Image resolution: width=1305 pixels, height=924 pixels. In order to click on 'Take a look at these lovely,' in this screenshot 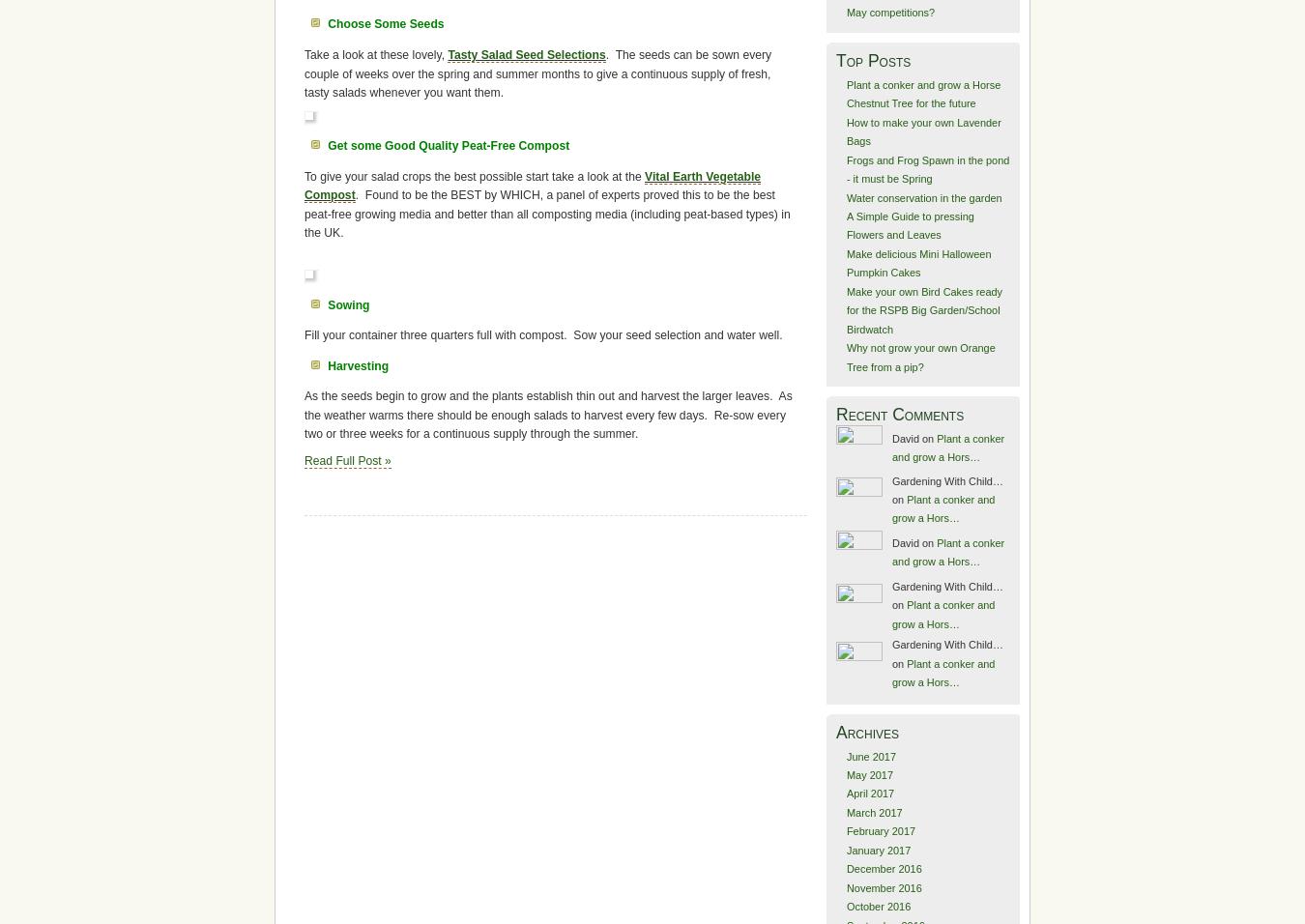, I will do `click(375, 53)`.